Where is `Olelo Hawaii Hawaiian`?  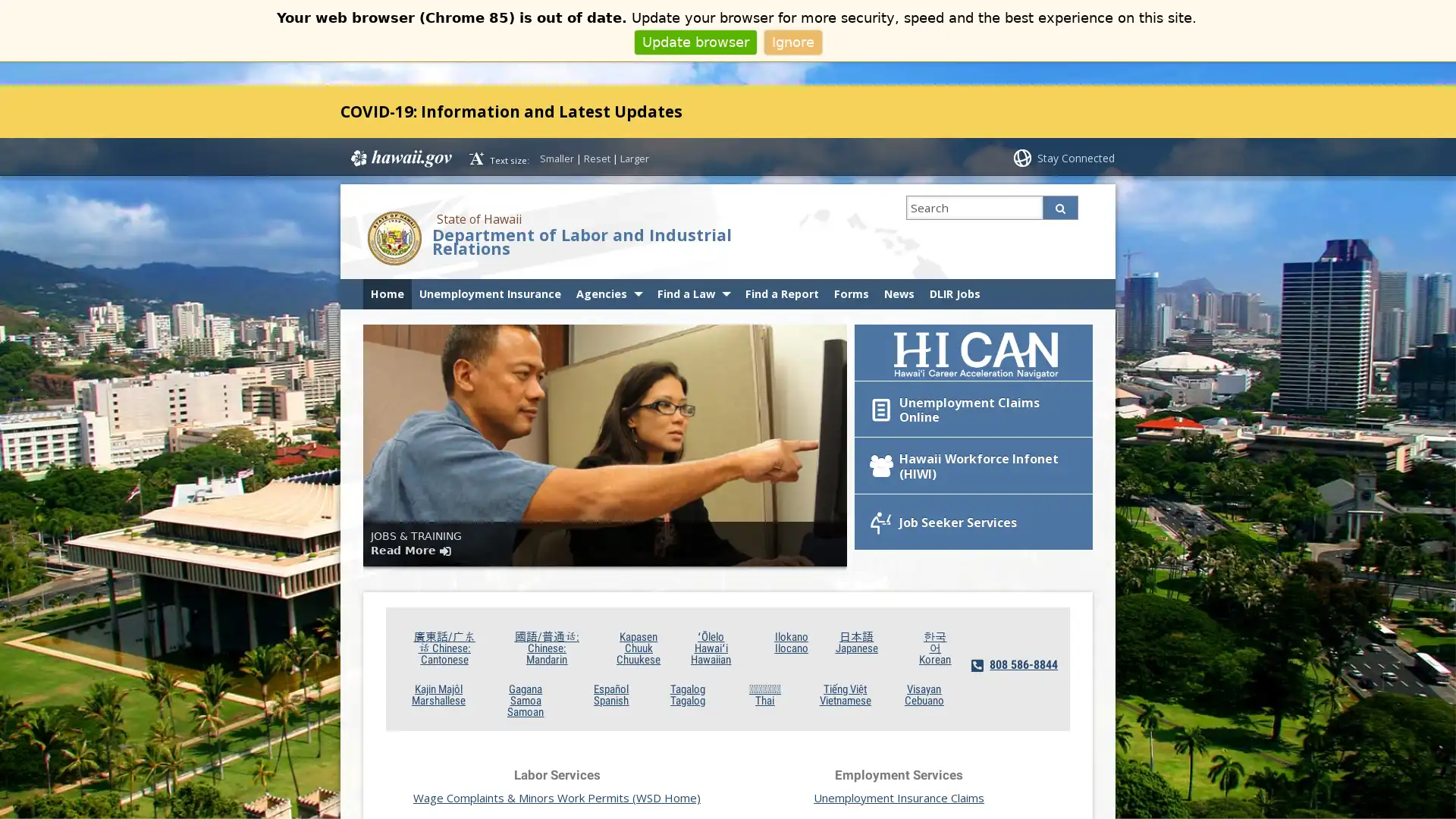 Olelo Hawaii Hawaiian is located at coordinates (709, 654).